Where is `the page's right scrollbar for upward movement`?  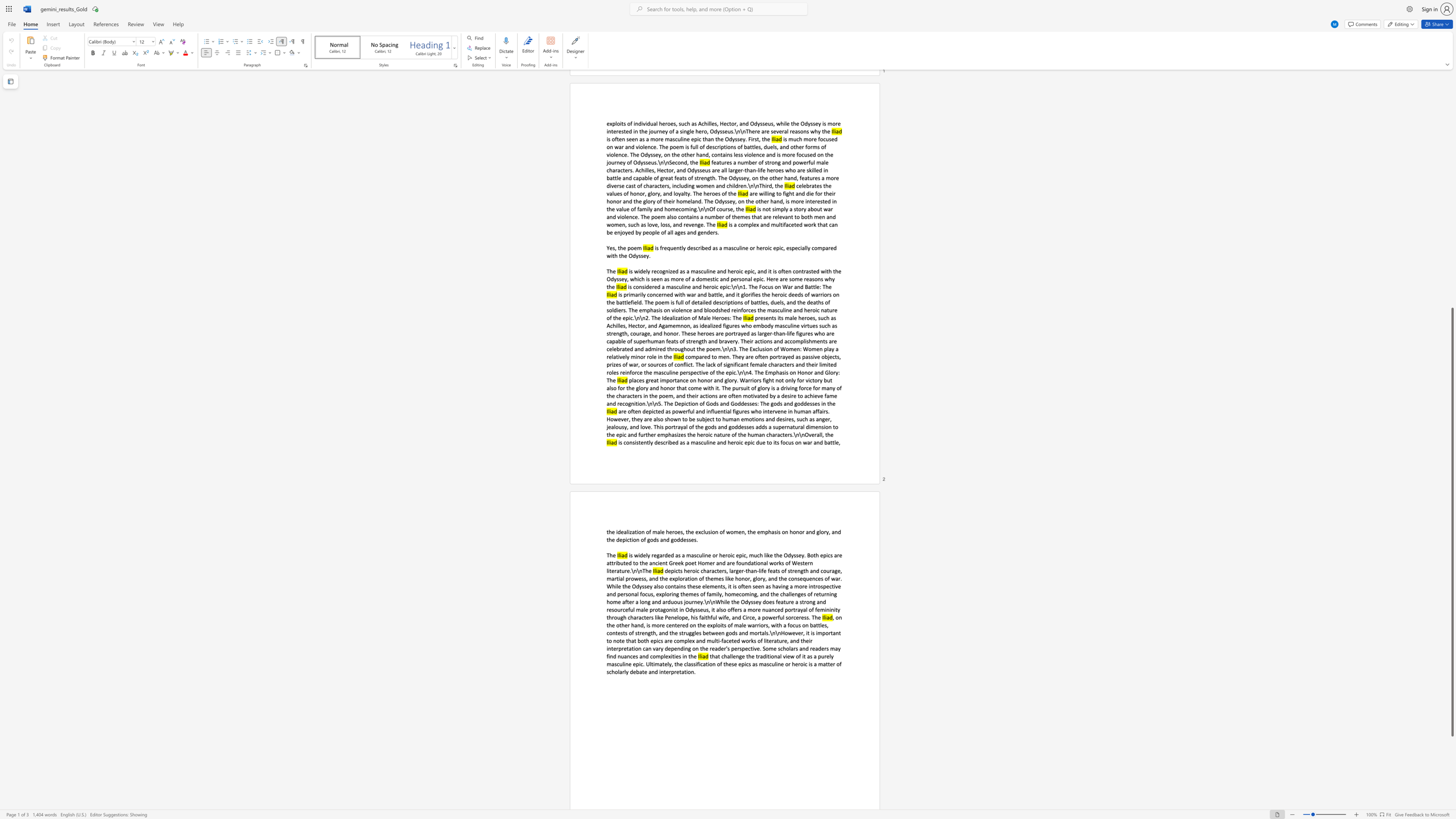 the page's right scrollbar for upward movement is located at coordinates (1451, 193).